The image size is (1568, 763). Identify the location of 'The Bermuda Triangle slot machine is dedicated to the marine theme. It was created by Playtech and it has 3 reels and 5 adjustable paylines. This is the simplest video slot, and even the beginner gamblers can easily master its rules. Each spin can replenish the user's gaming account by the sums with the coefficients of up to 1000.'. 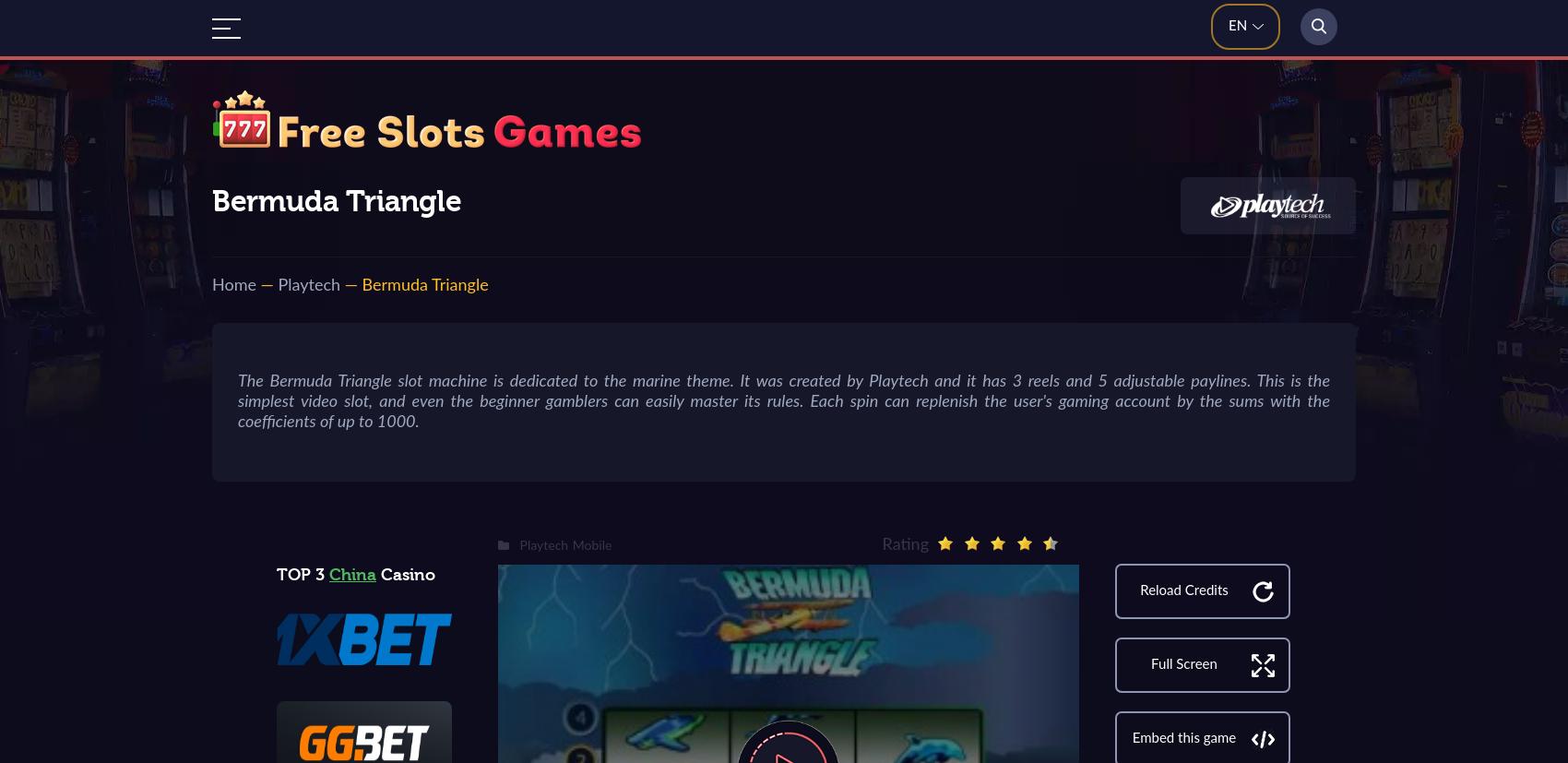
(784, 400).